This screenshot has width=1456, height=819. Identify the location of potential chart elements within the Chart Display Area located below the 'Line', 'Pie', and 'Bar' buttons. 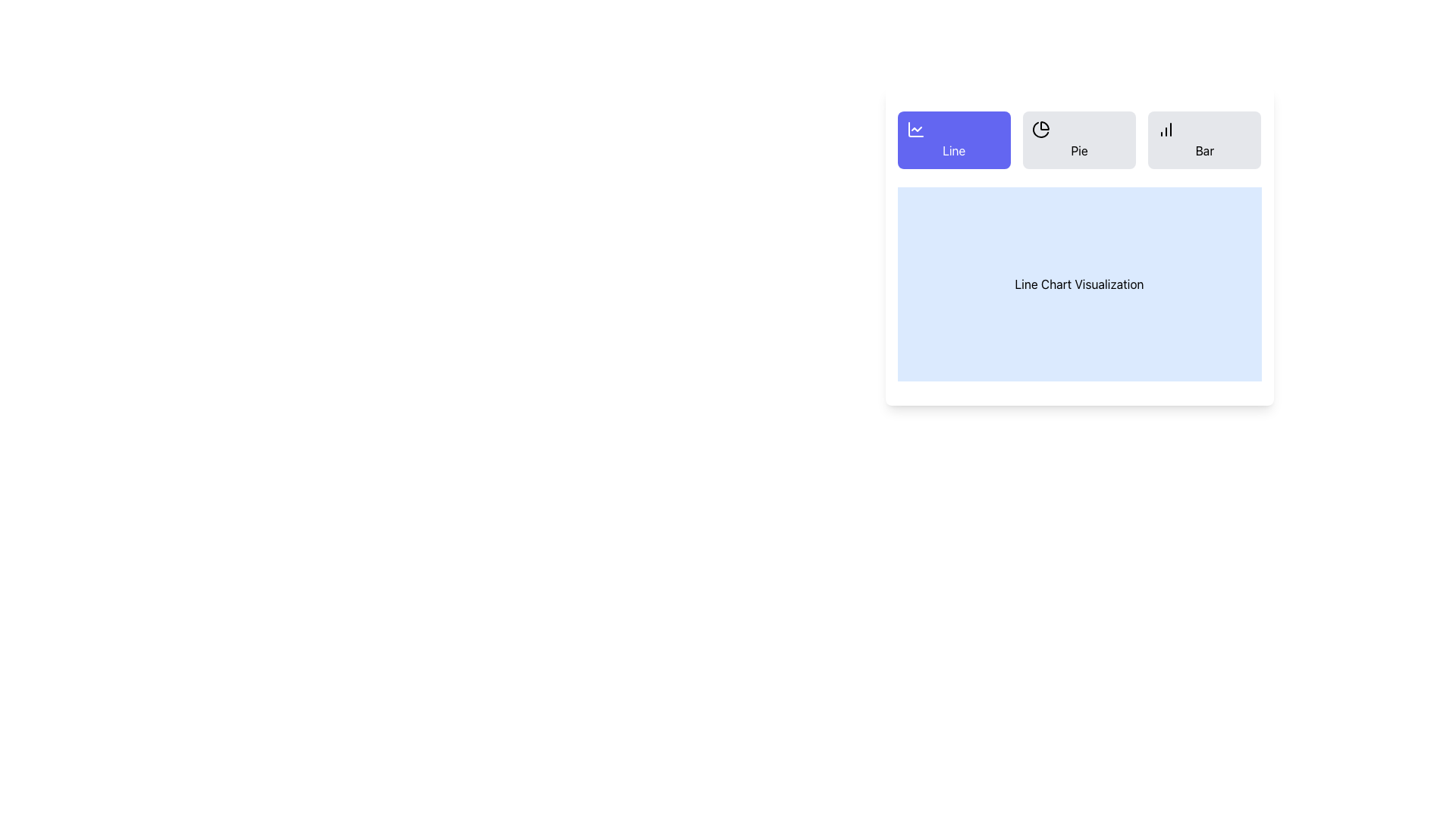
(1078, 284).